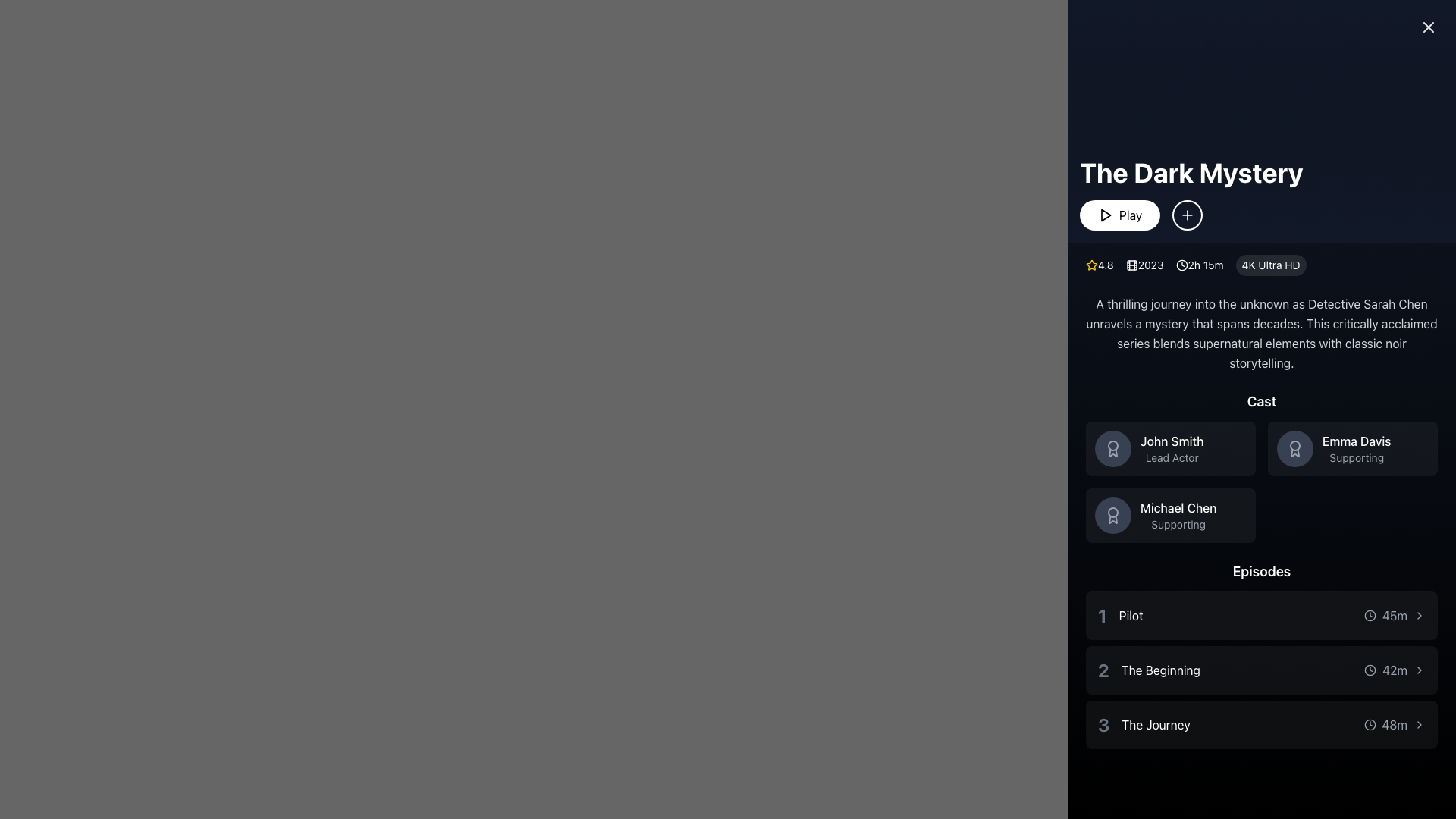  I want to click on the Text Label indicating the role of cast member Emma Davis, located beneath the text 'Emma Davis' in the cast details section, so click(1357, 457).